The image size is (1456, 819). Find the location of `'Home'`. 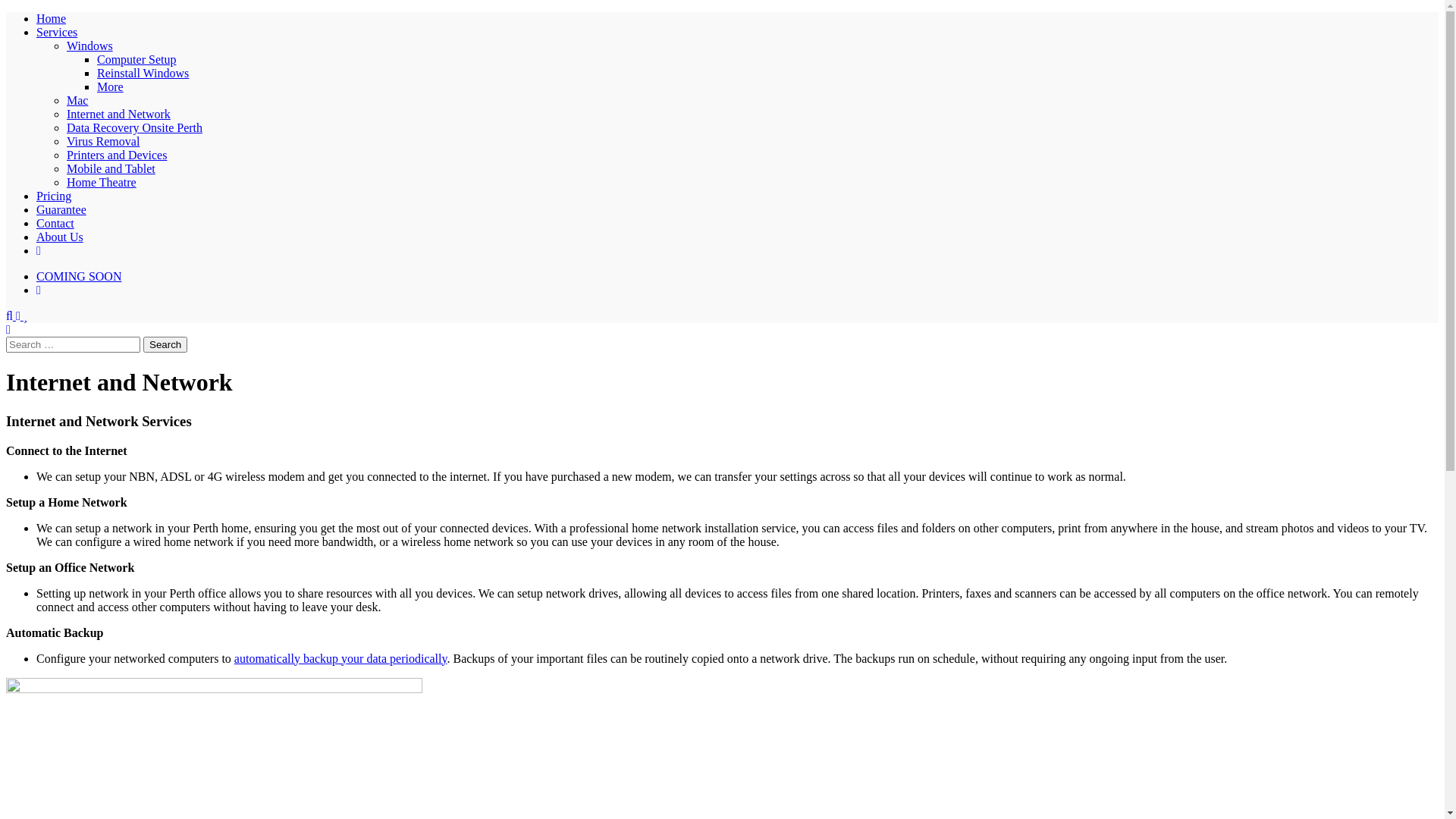

'Home' is located at coordinates (51, 18).